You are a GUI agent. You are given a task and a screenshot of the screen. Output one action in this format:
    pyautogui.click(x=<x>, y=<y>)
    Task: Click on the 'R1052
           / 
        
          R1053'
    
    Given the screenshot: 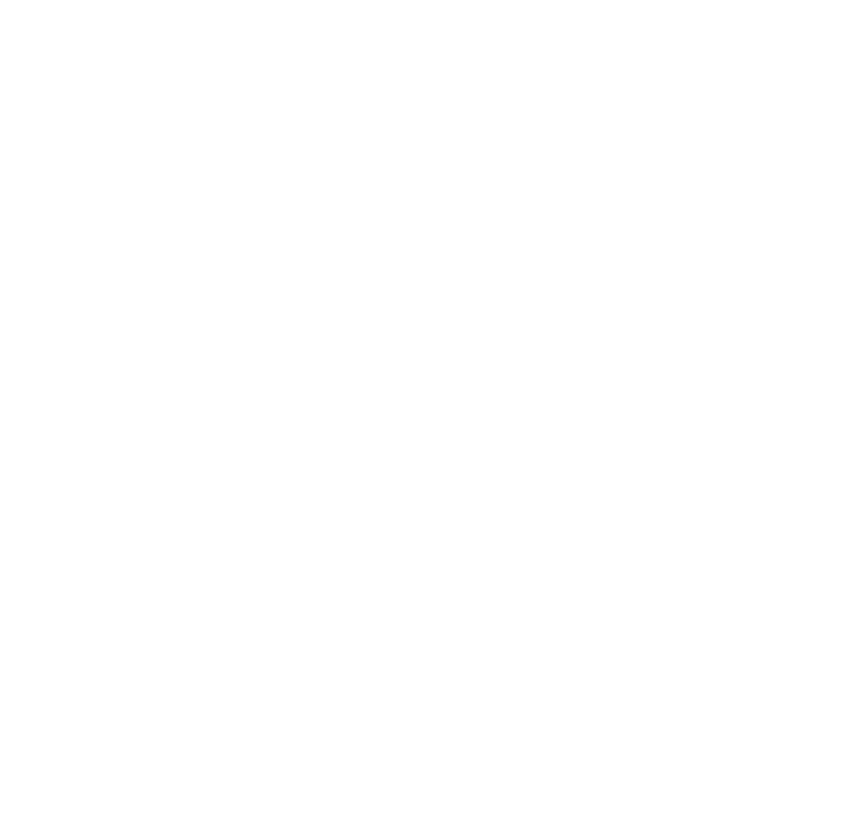 What is the action you would take?
    pyautogui.click(x=149, y=240)
    